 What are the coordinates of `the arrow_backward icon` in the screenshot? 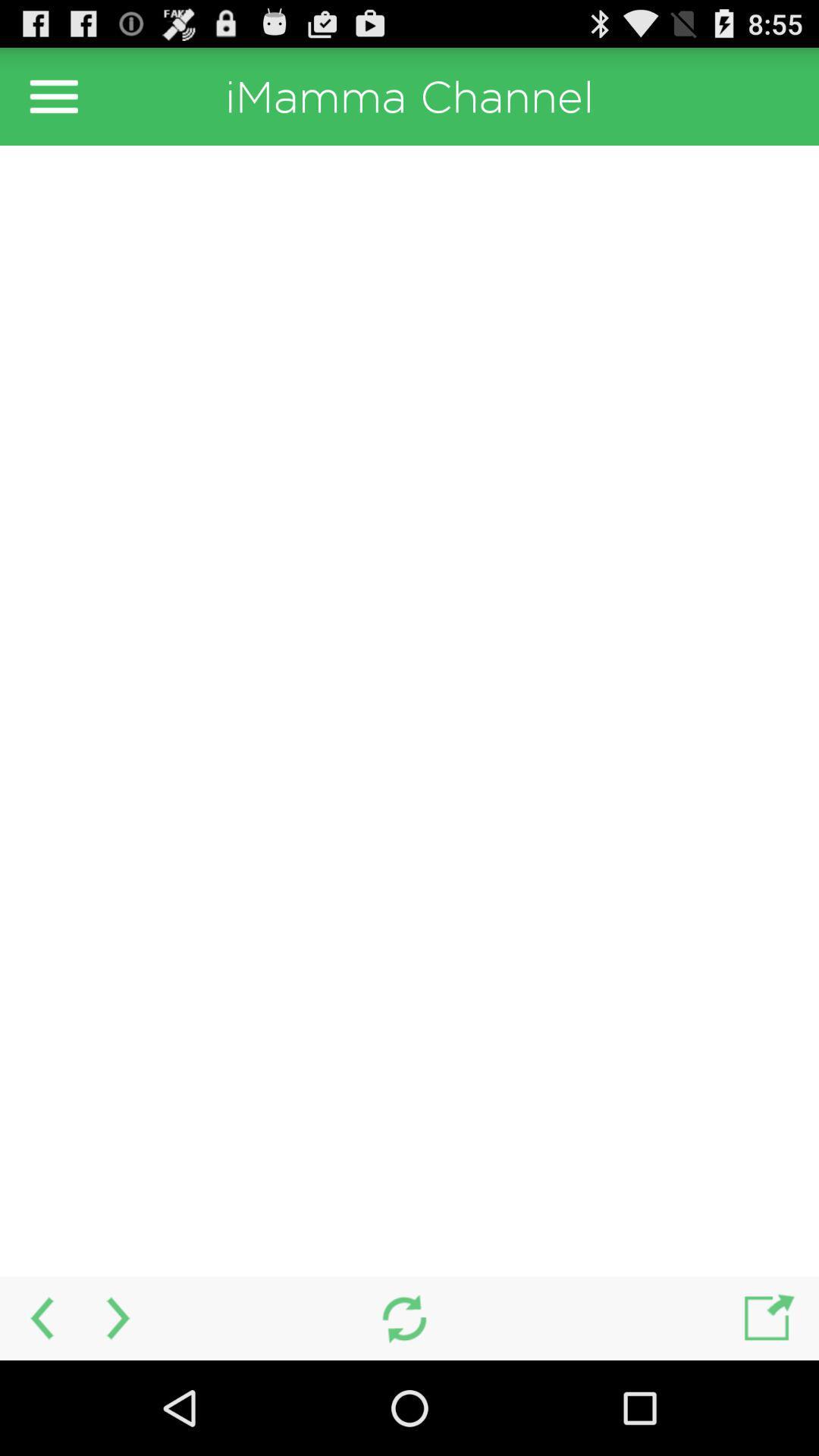 It's located at (39, 1410).